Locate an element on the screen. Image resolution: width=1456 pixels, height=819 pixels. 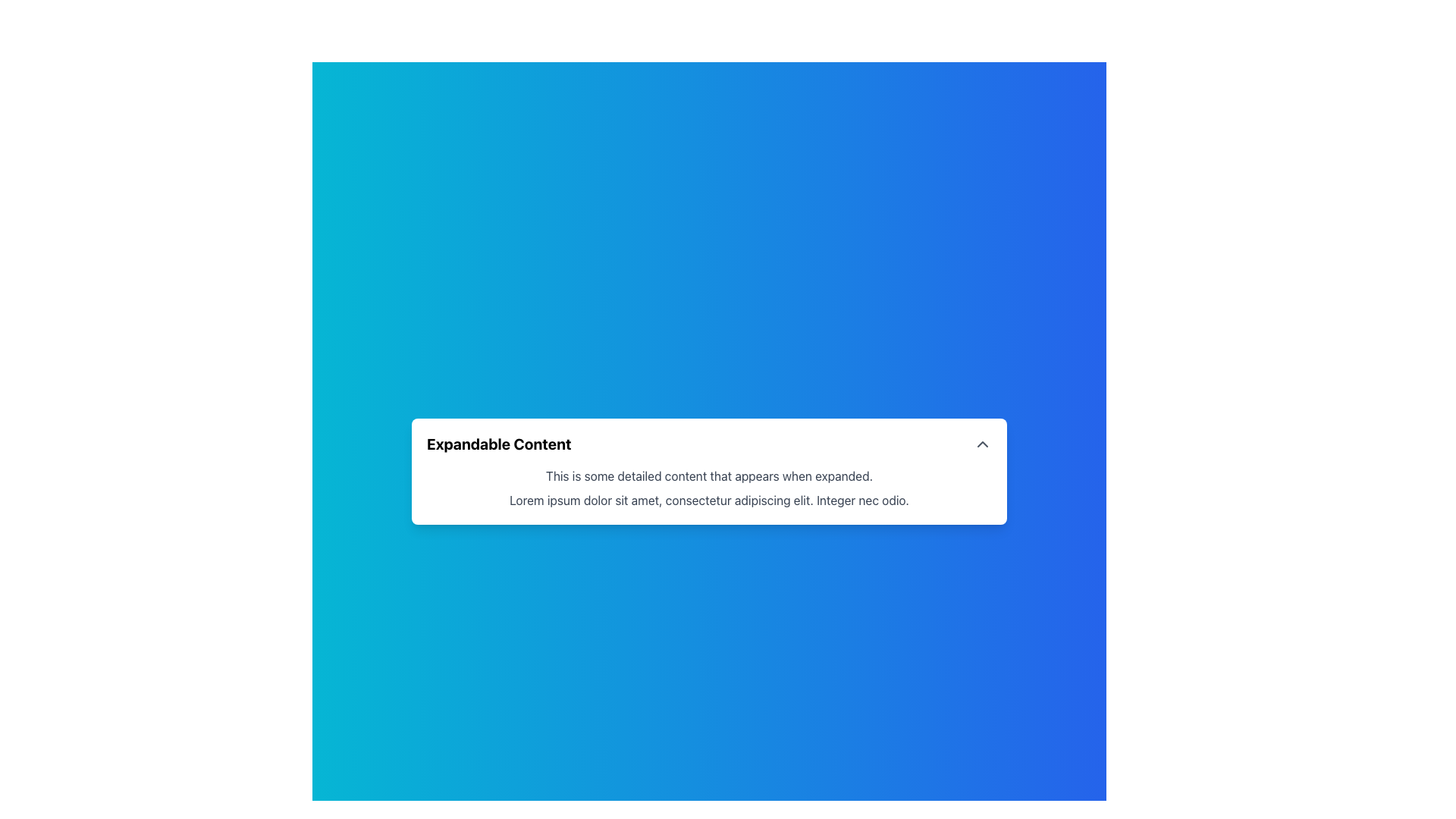
the small, triangular-shaped chevron icon pointing upwards, located at the far-right side of the 'Expandable Content' section is located at coordinates (983, 444).